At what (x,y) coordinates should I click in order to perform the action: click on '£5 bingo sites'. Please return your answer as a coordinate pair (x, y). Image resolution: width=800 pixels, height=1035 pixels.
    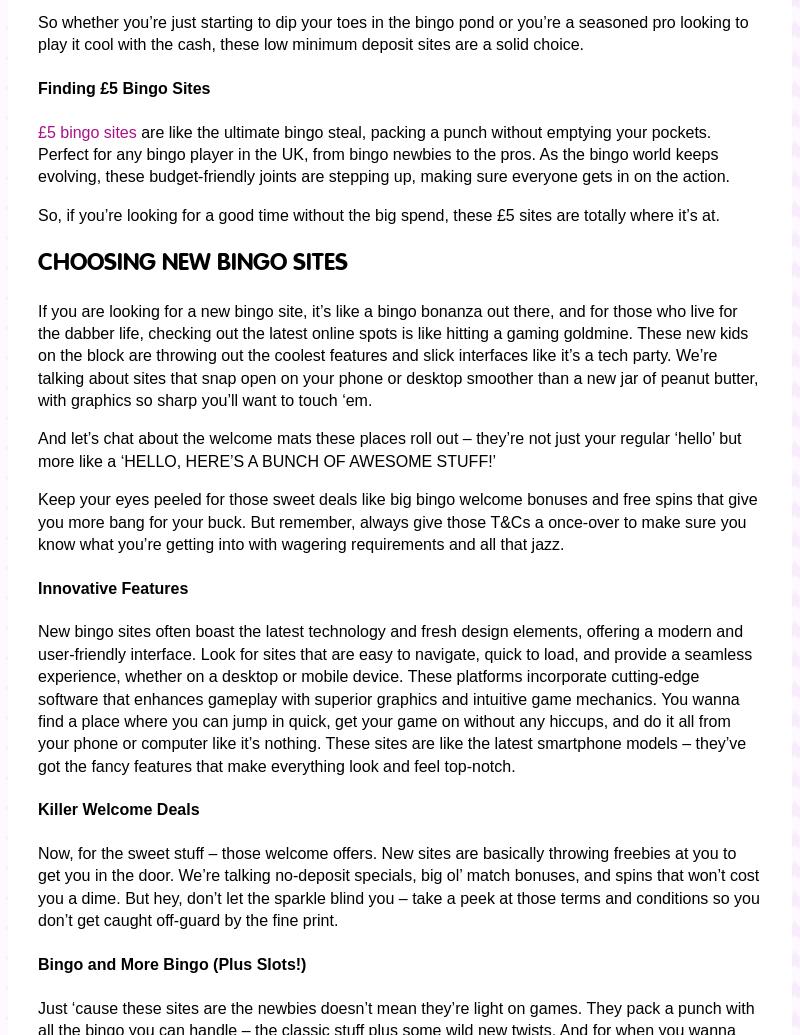
    Looking at the image, I should click on (87, 131).